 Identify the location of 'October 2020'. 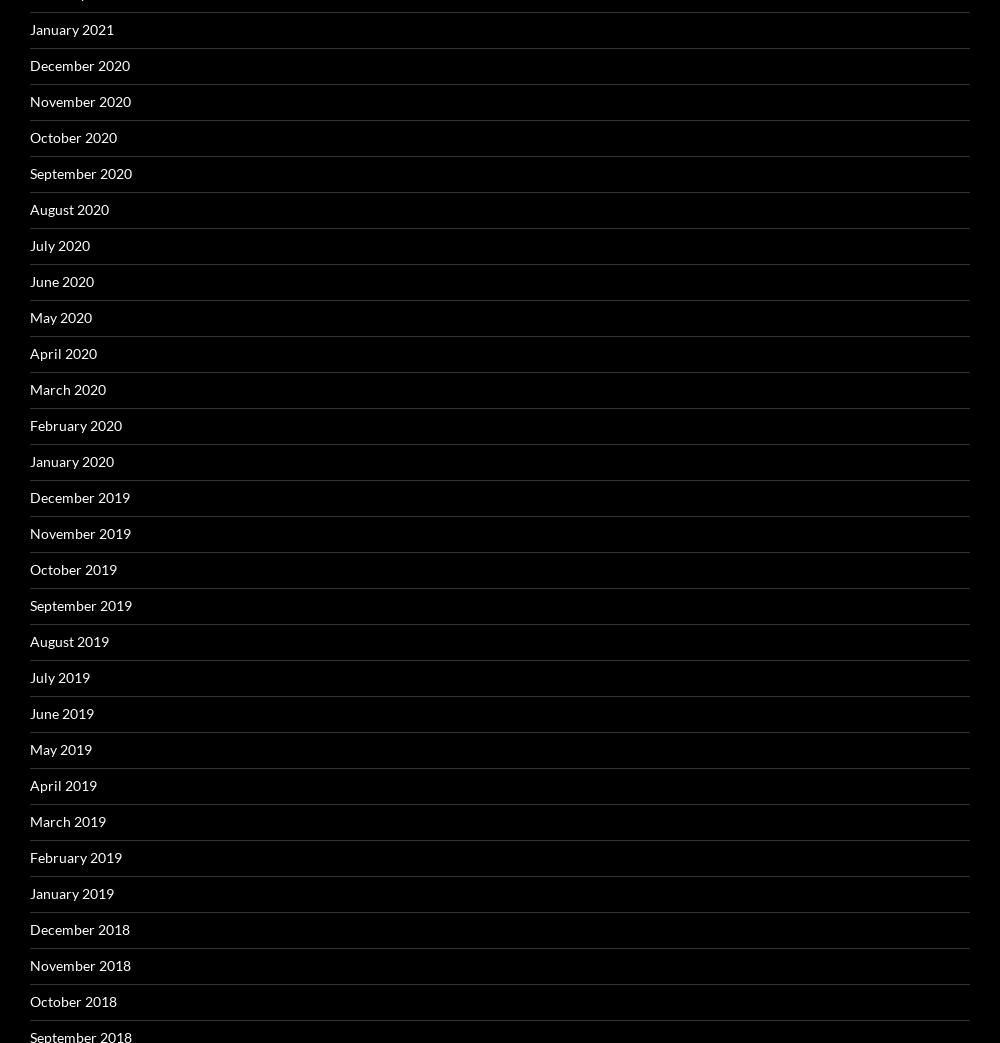
(72, 137).